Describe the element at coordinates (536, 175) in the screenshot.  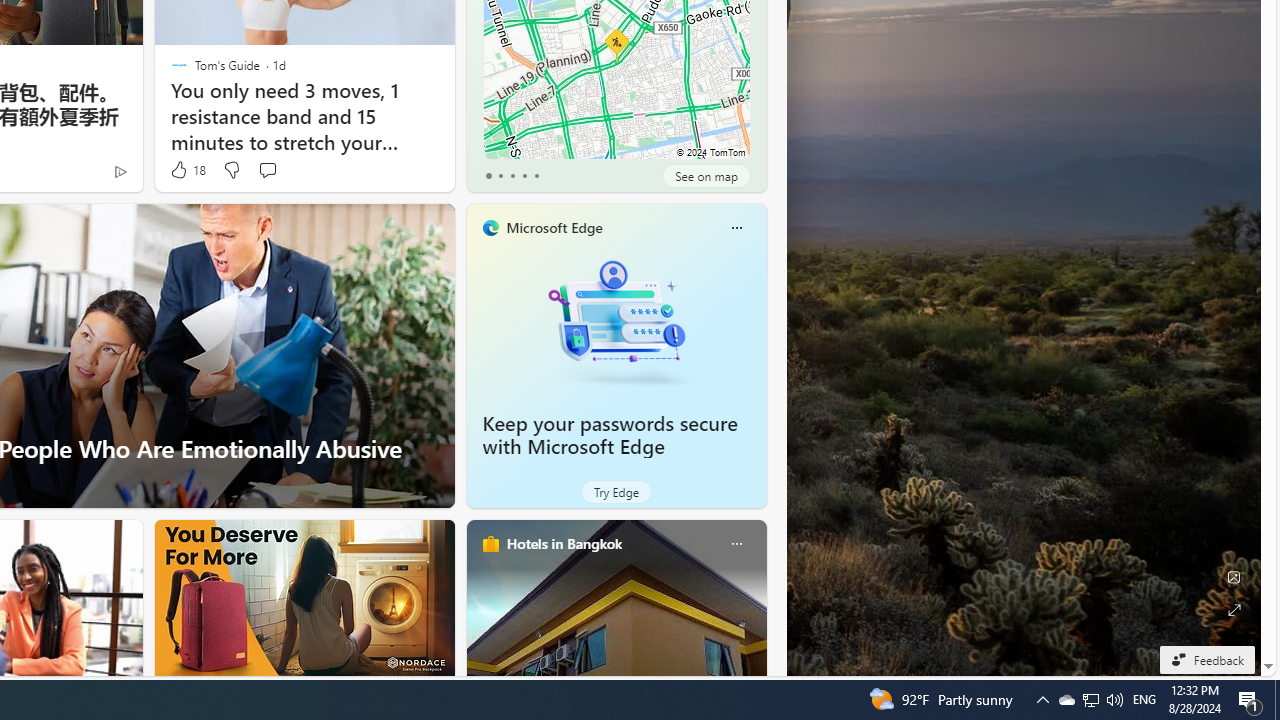
I see `'tab-4'` at that location.